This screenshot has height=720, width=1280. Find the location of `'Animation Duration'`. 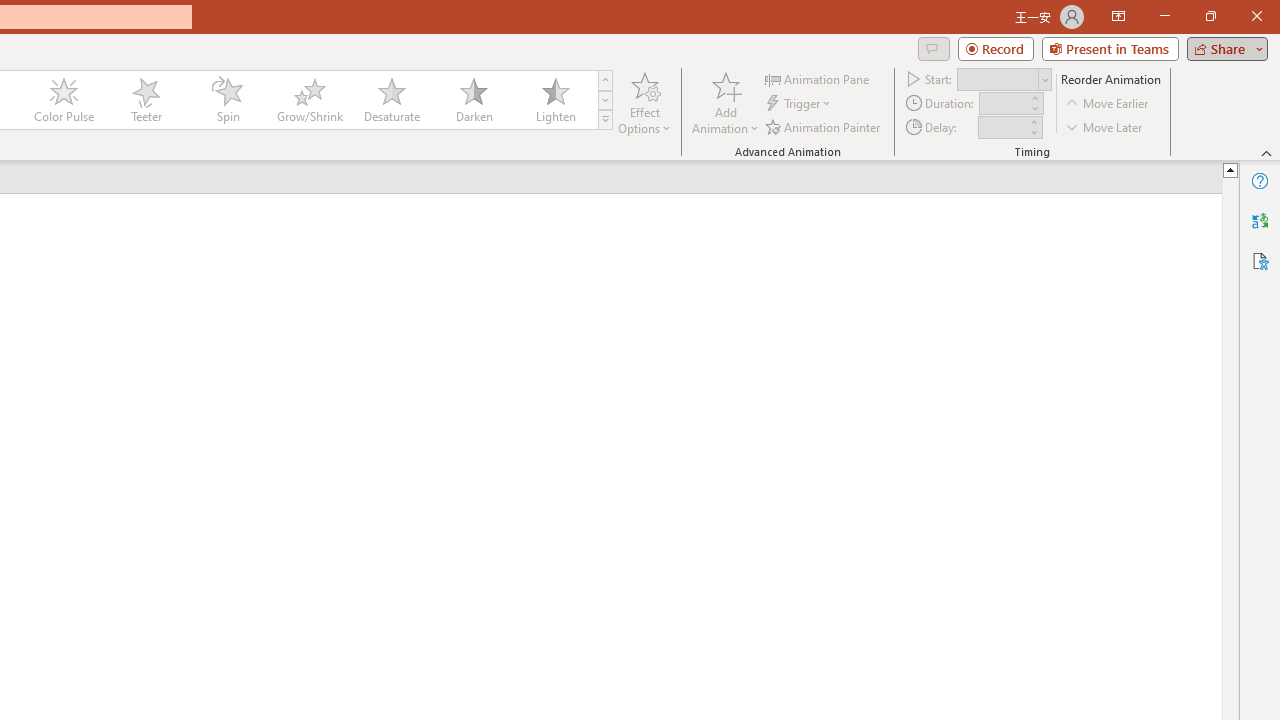

'Animation Duration' is located at coordinates (1003, 103).